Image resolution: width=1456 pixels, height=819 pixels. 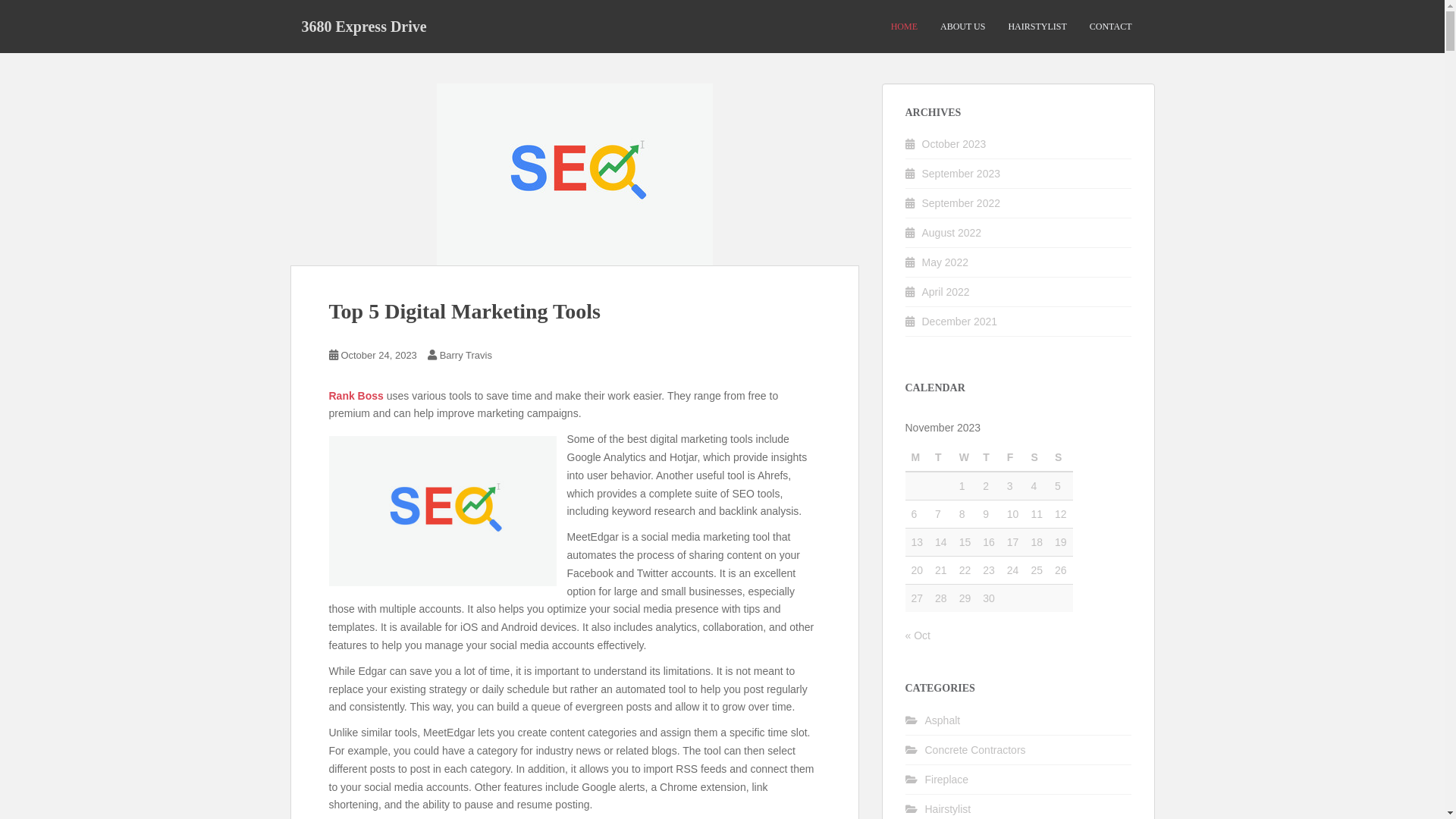 What do you see at coordinates (1110, 26) in the screenshot?
I see `'CONTACT'` at bounding box center [1110, 26].